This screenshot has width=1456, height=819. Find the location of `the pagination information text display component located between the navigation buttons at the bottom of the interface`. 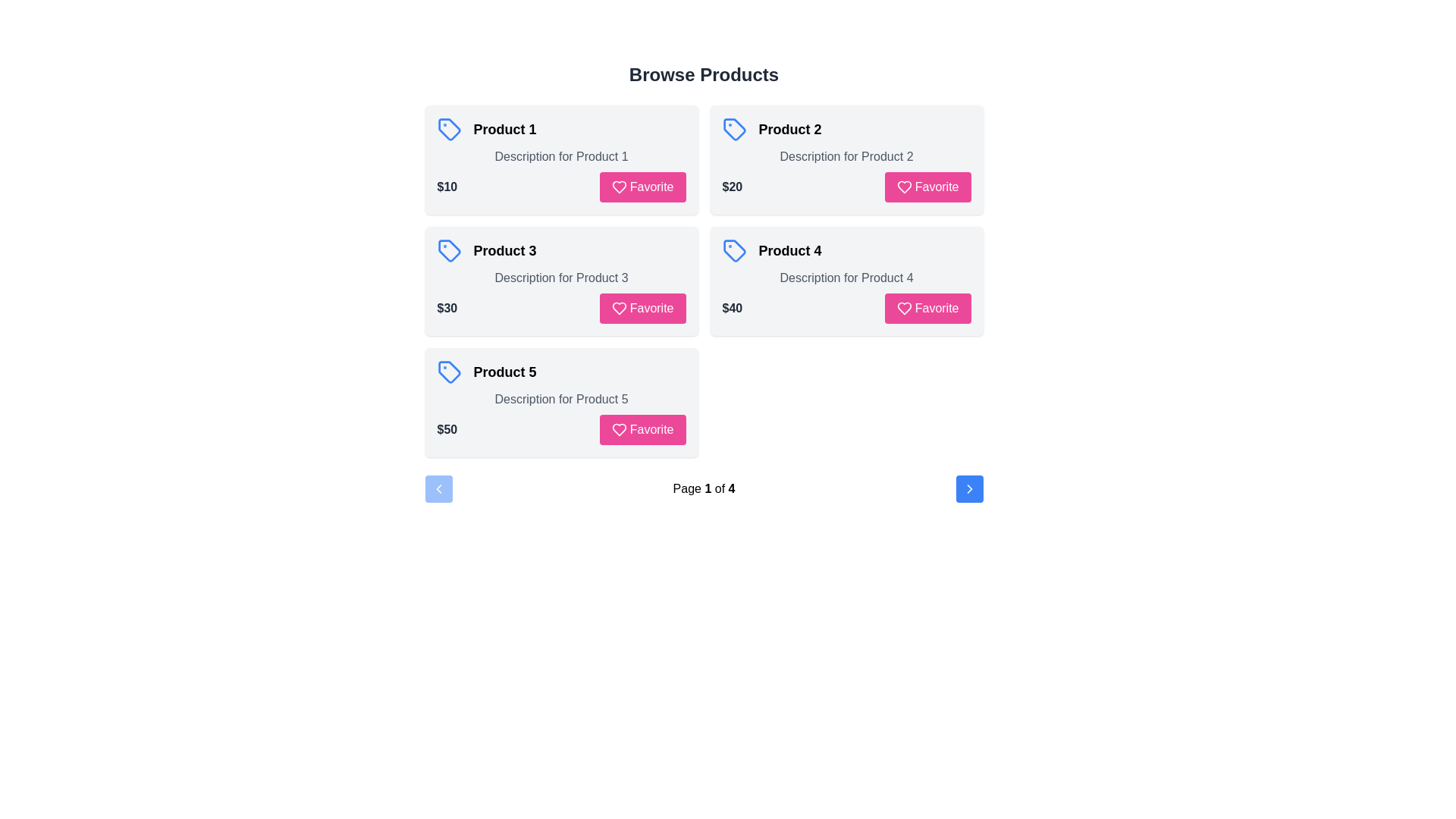

the pagination information text display component located between the navigation buttons at the bottom of the interface is located at coordinates (703, 488).